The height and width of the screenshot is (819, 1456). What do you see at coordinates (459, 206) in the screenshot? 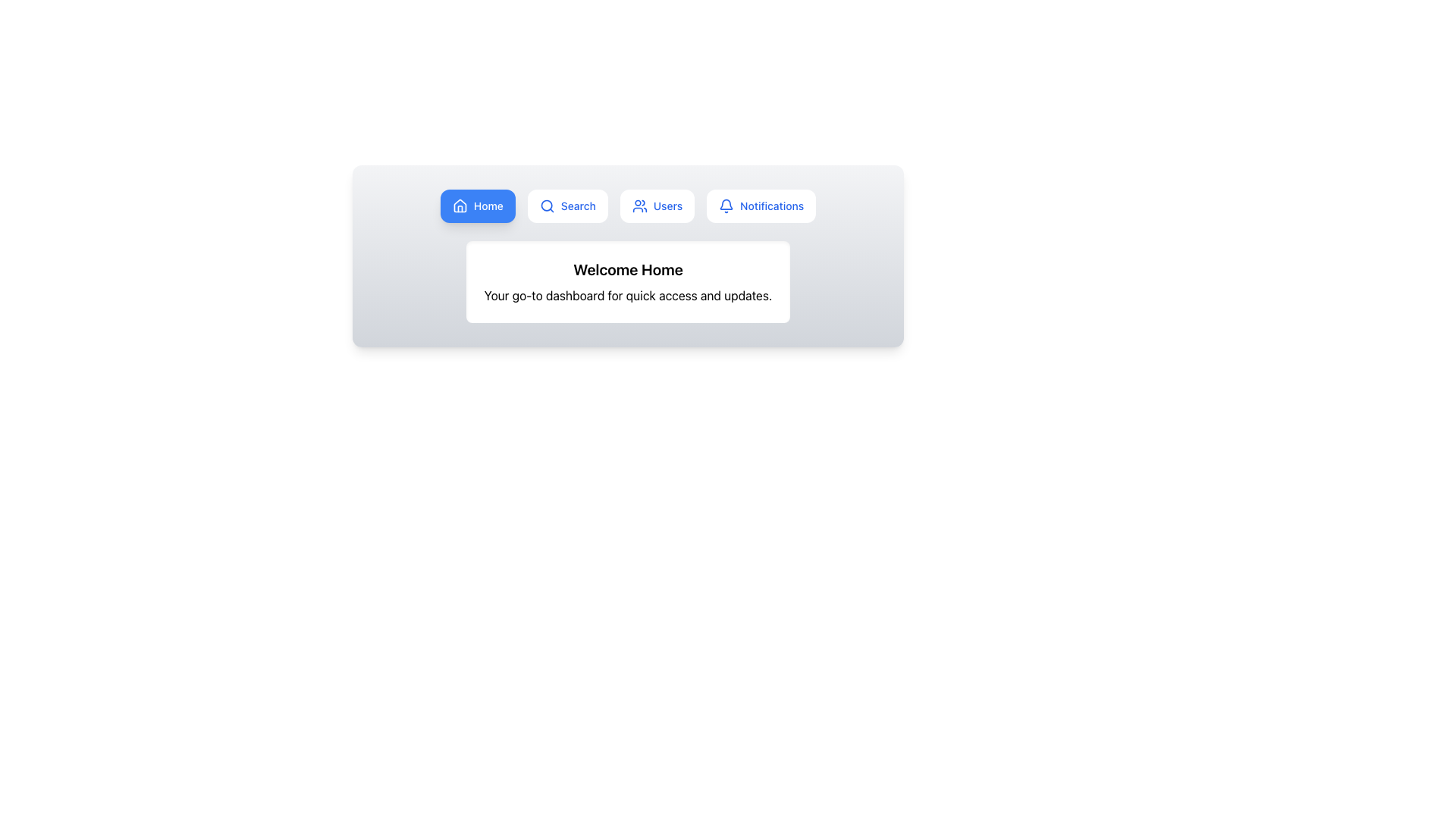
I see `the 'Home' icon located before the text label 'Home' in the navigation button` at bounding box center [459, 206].